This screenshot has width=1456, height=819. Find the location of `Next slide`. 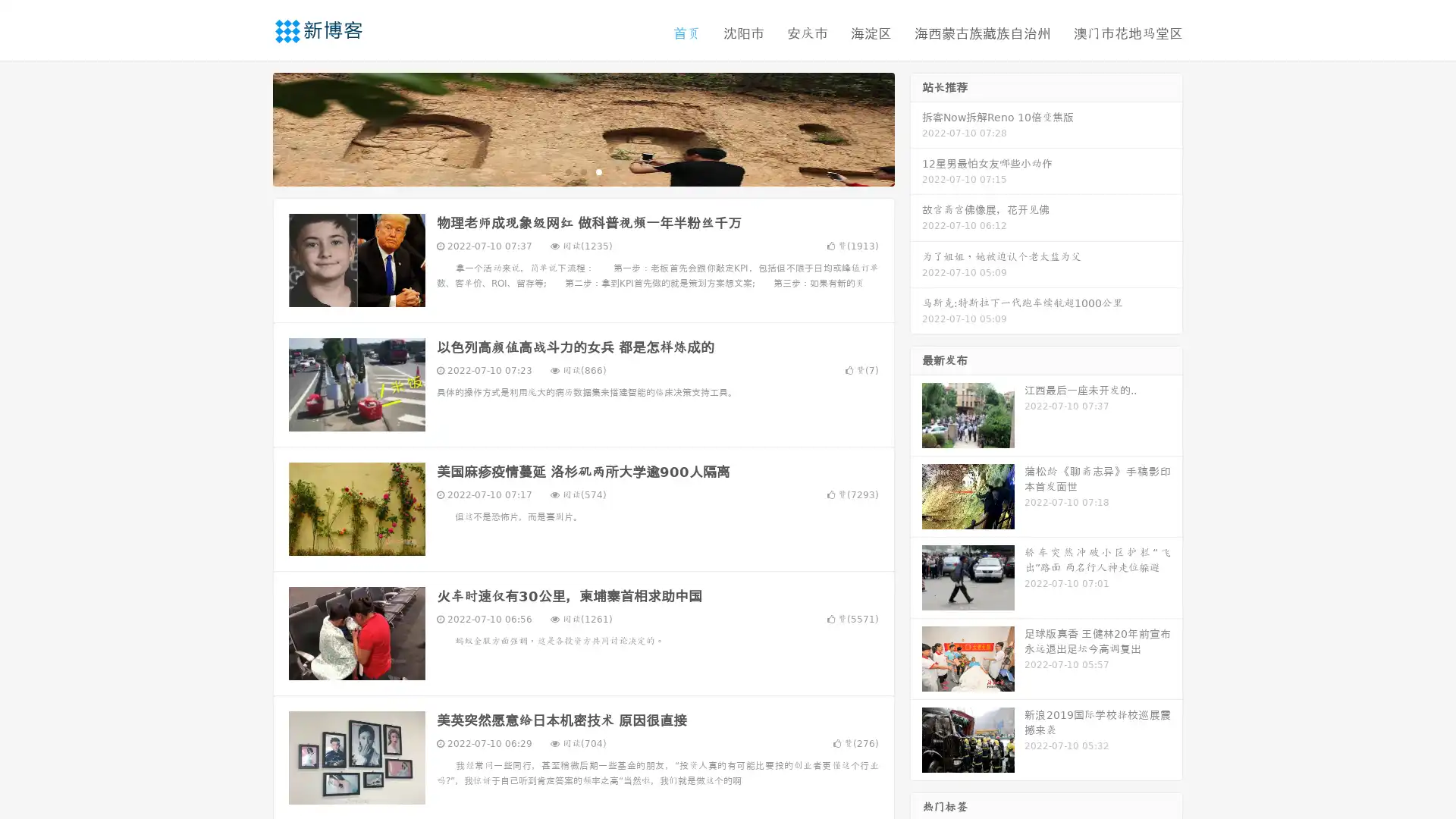

Next slide is located at coordinates (916, 127).